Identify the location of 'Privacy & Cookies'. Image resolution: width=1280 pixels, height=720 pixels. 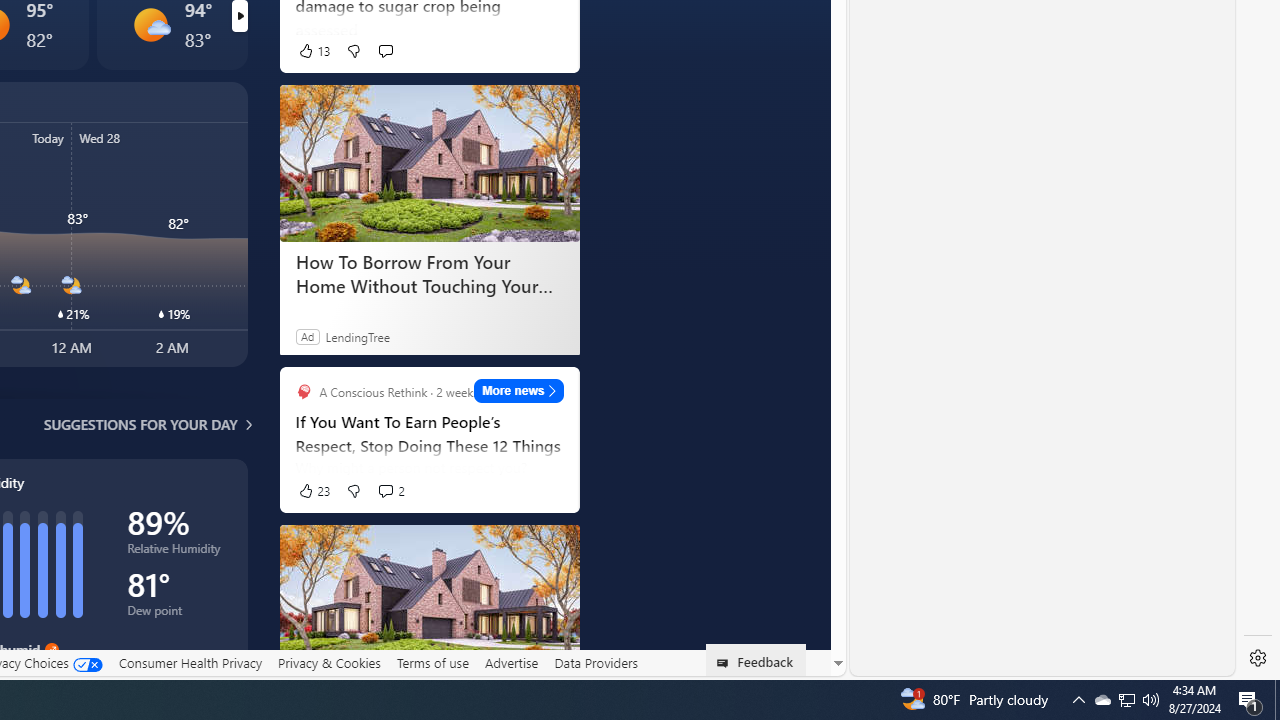
(329, 662).